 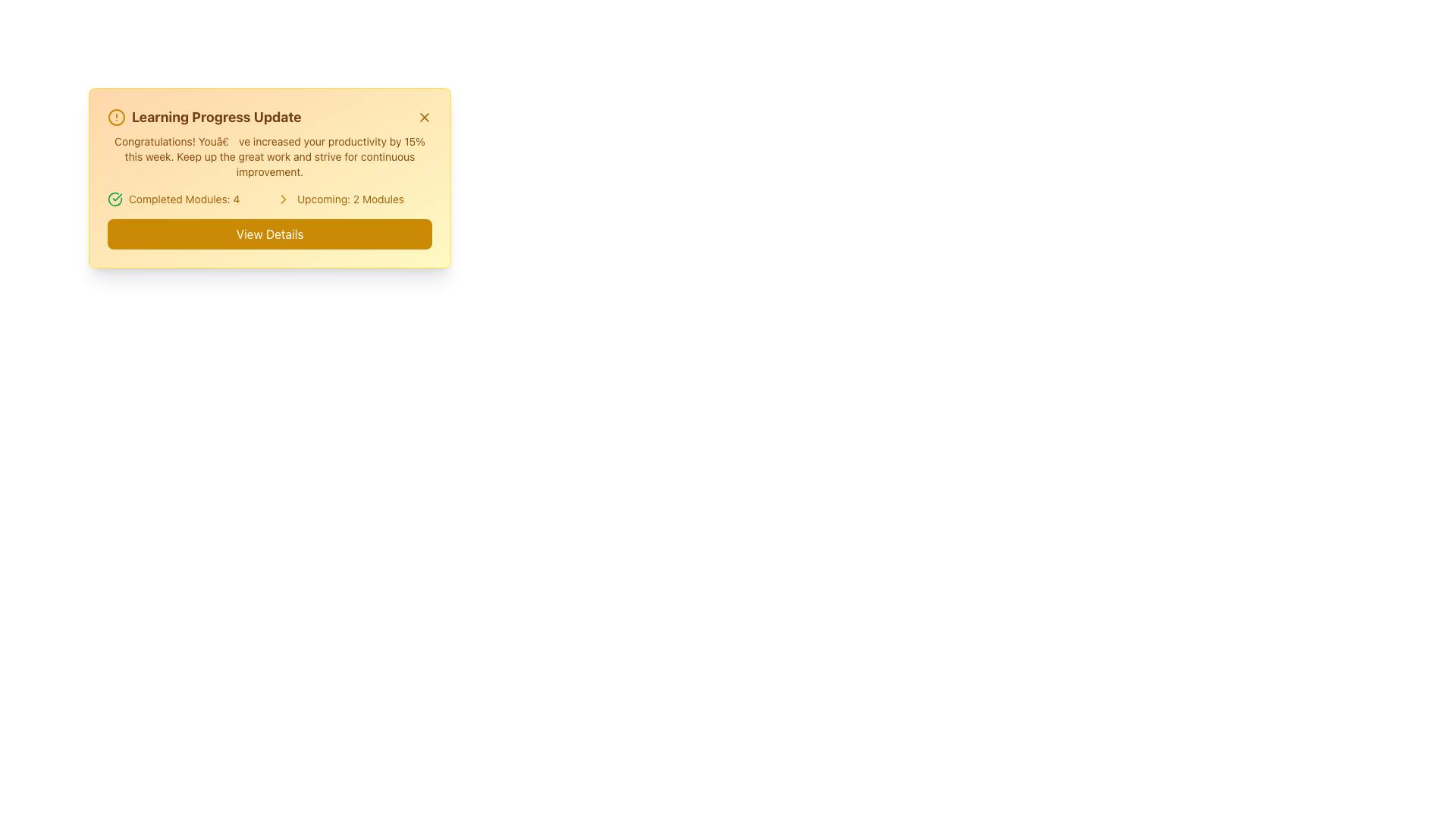 I want to click on circular icon with a yellow border and an exclamation mark located to the left of the 'Learning Progress Update' text in the notification box, so click(x=115, y=116).